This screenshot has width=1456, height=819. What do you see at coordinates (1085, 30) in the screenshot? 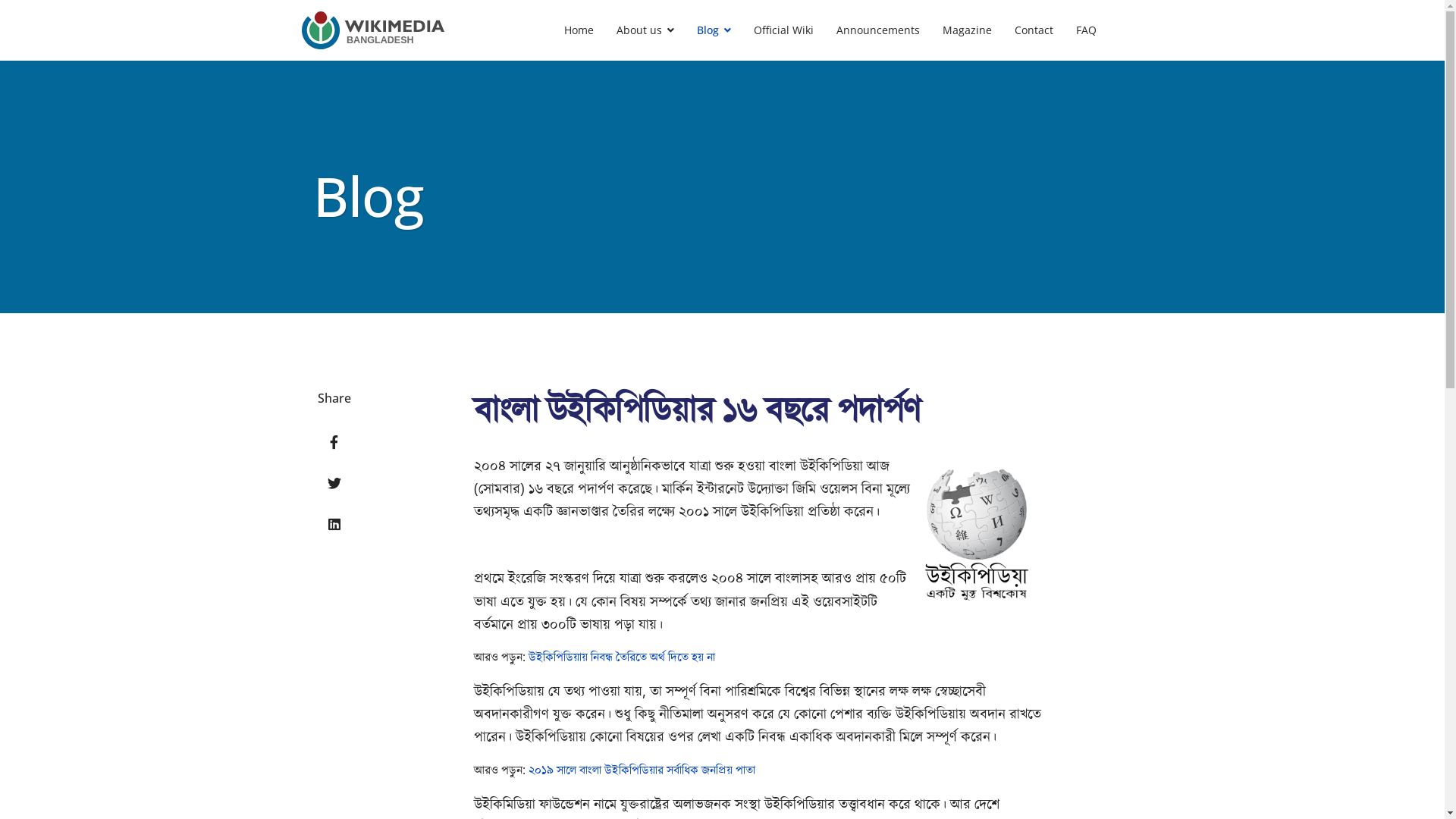
I see `'FAQ'` at bounding box center [1085, 30].